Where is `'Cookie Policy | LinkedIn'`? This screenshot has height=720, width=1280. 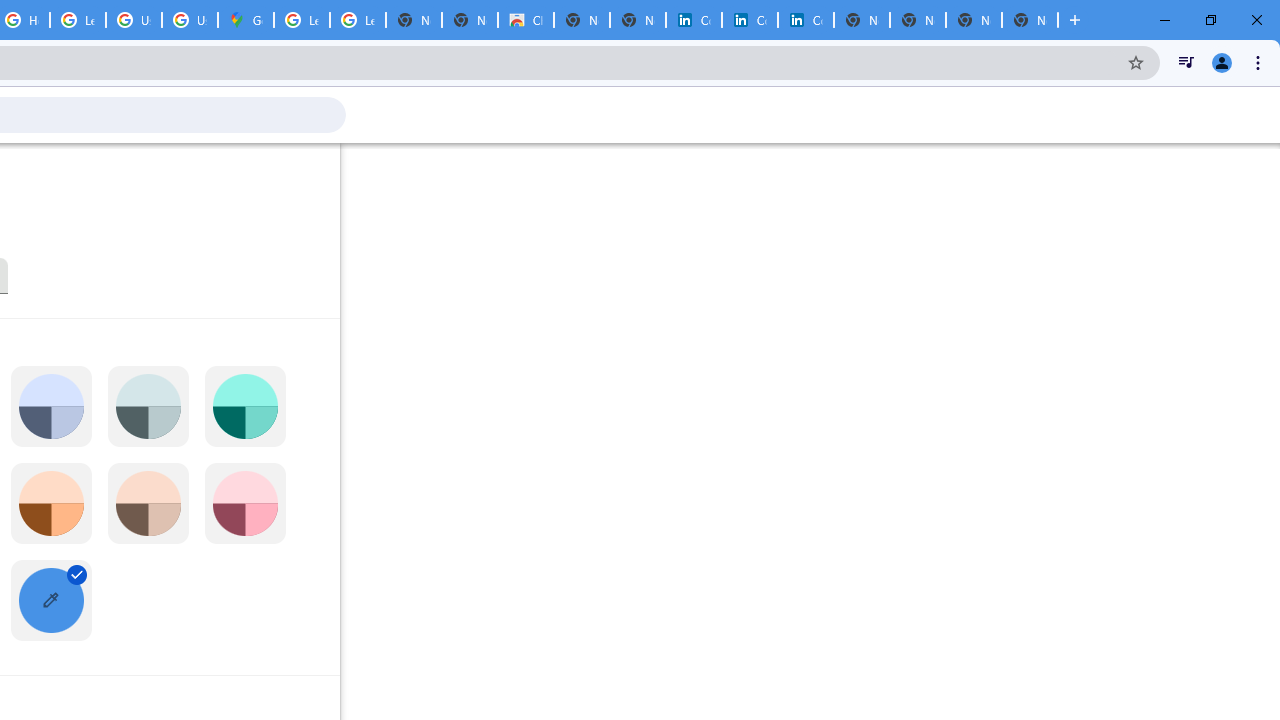
'Cookie Policy | LinkedIn' is located at coordinates (693, 20).